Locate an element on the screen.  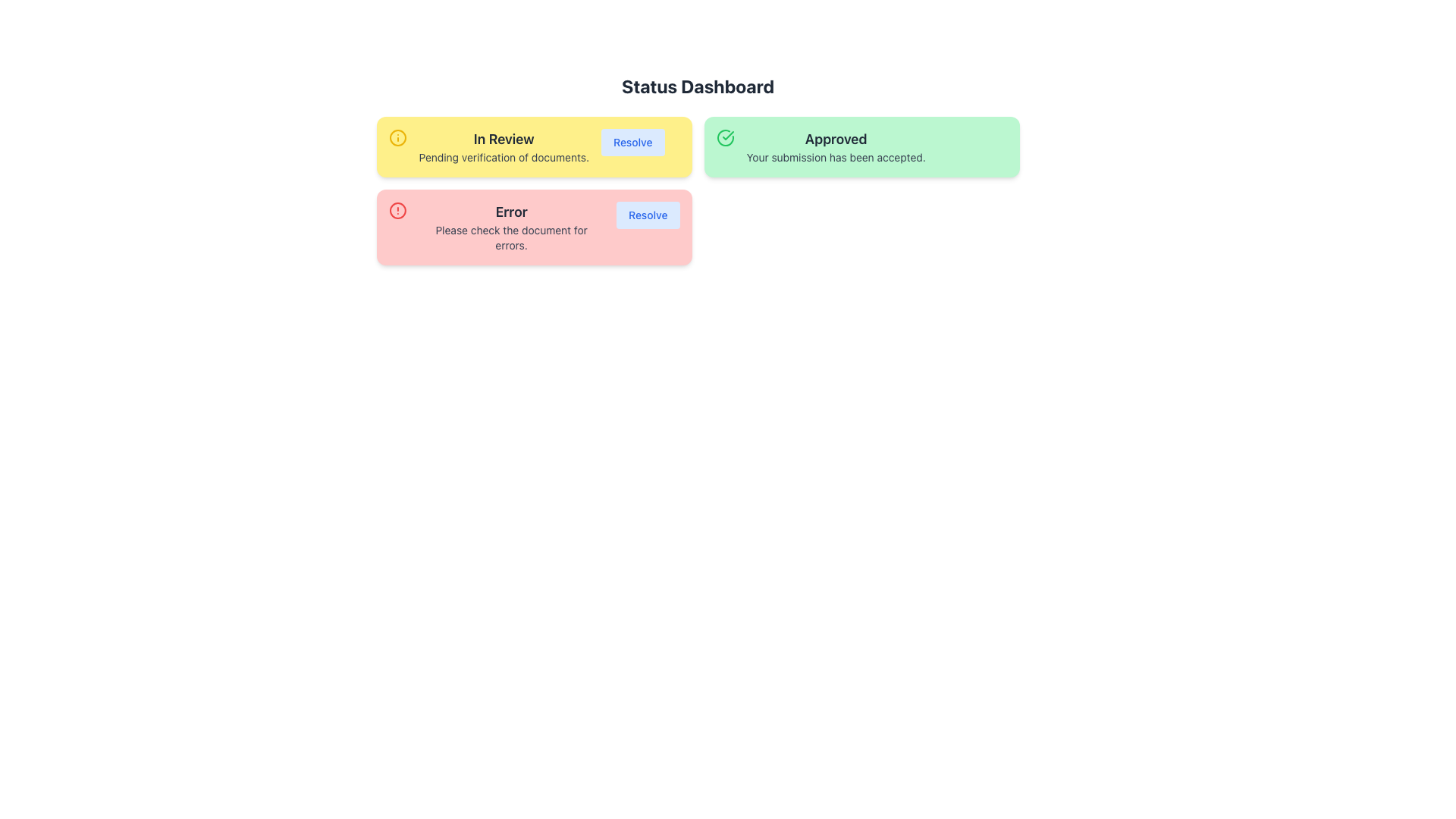
the circular icon with a yellow outline and an inner information symbol ('i') located on the left side of the 'In Review' notification card is located at coordinates (397, 137).